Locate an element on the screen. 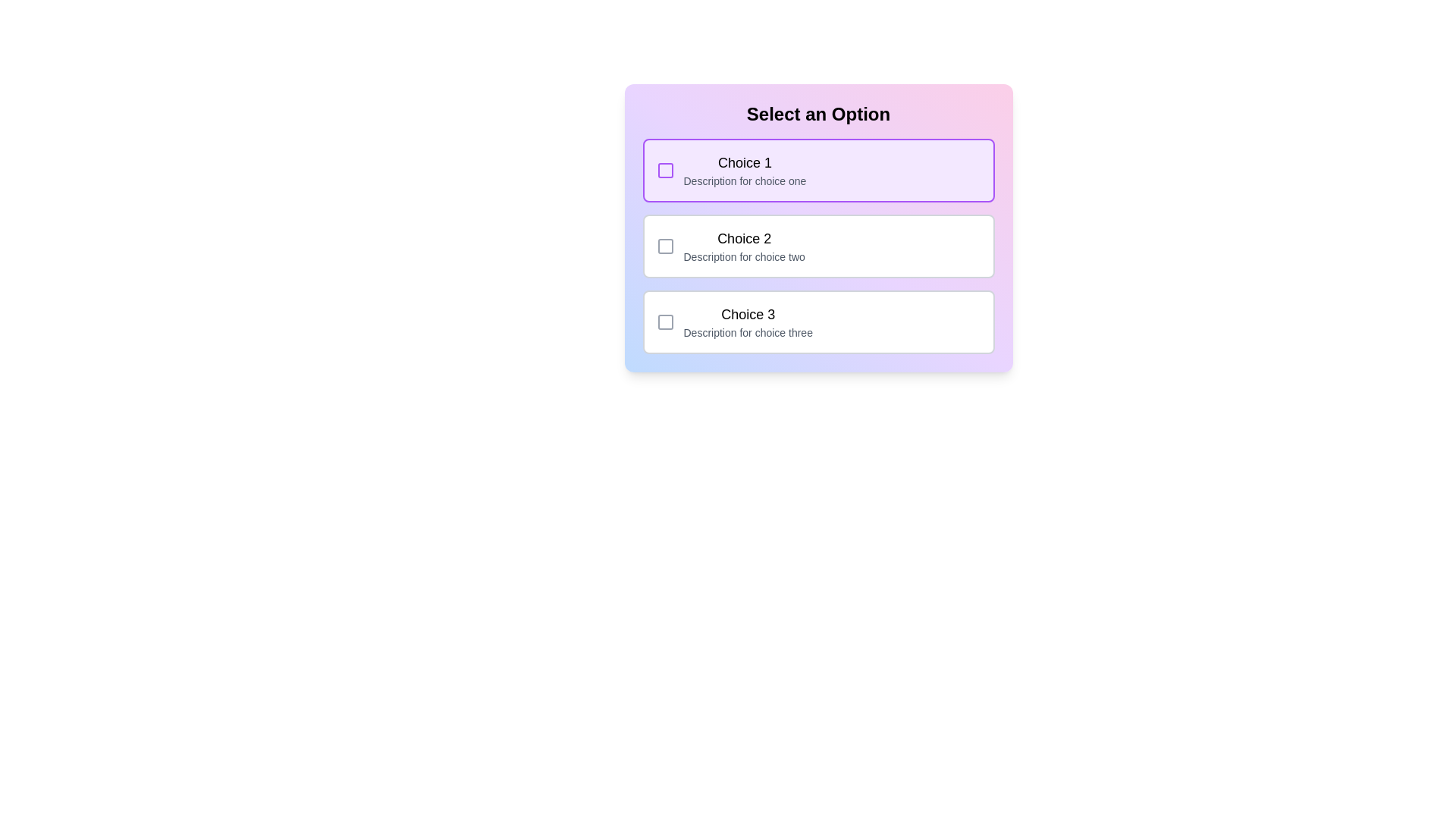  the descriptive text label positioned below the heading 'Choice 3' within the third selectable option box is located at coordinates (748, 332).